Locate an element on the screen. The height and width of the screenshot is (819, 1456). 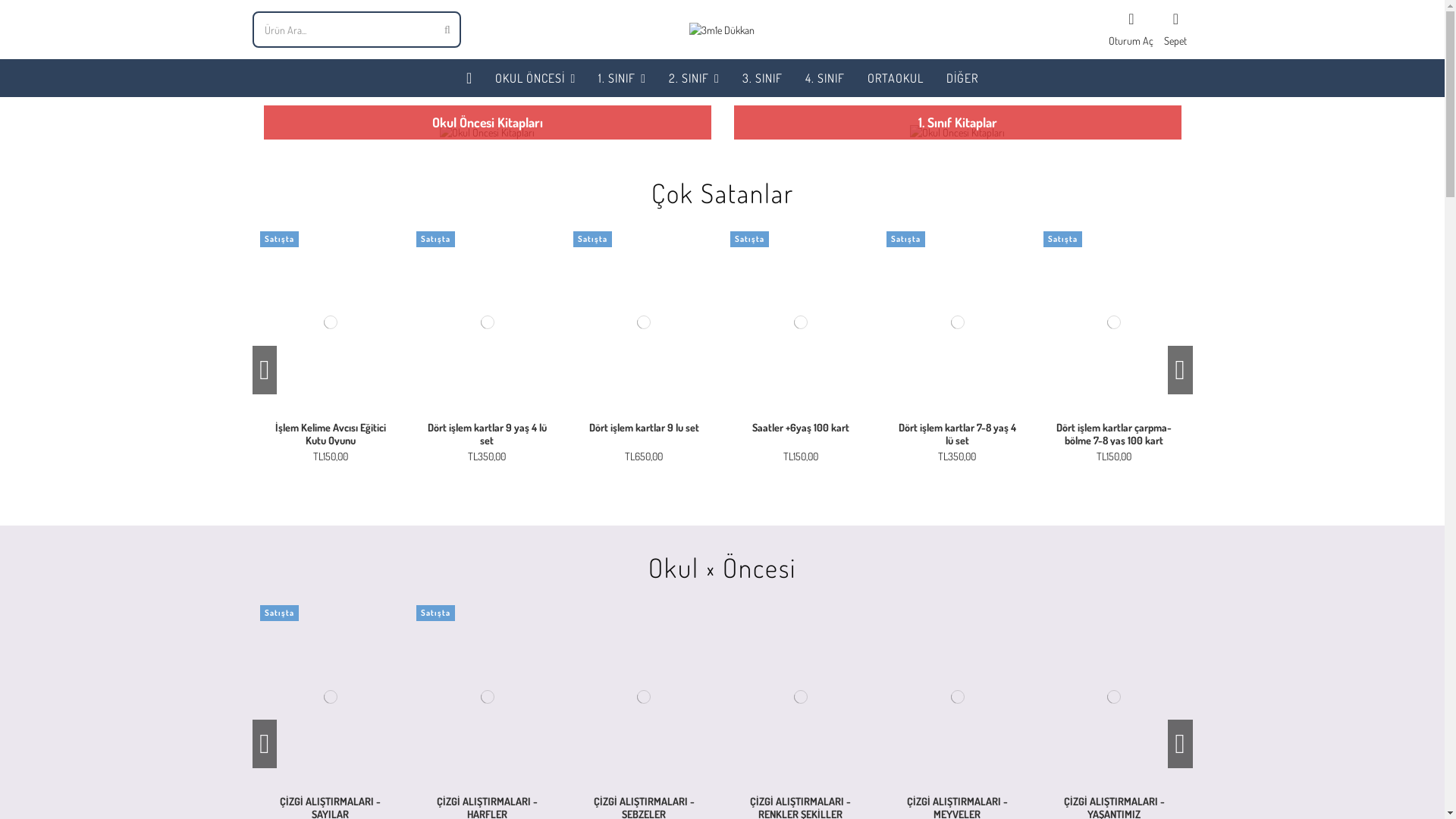
'ORTAOKUL' is located at coordinates (895, 78).